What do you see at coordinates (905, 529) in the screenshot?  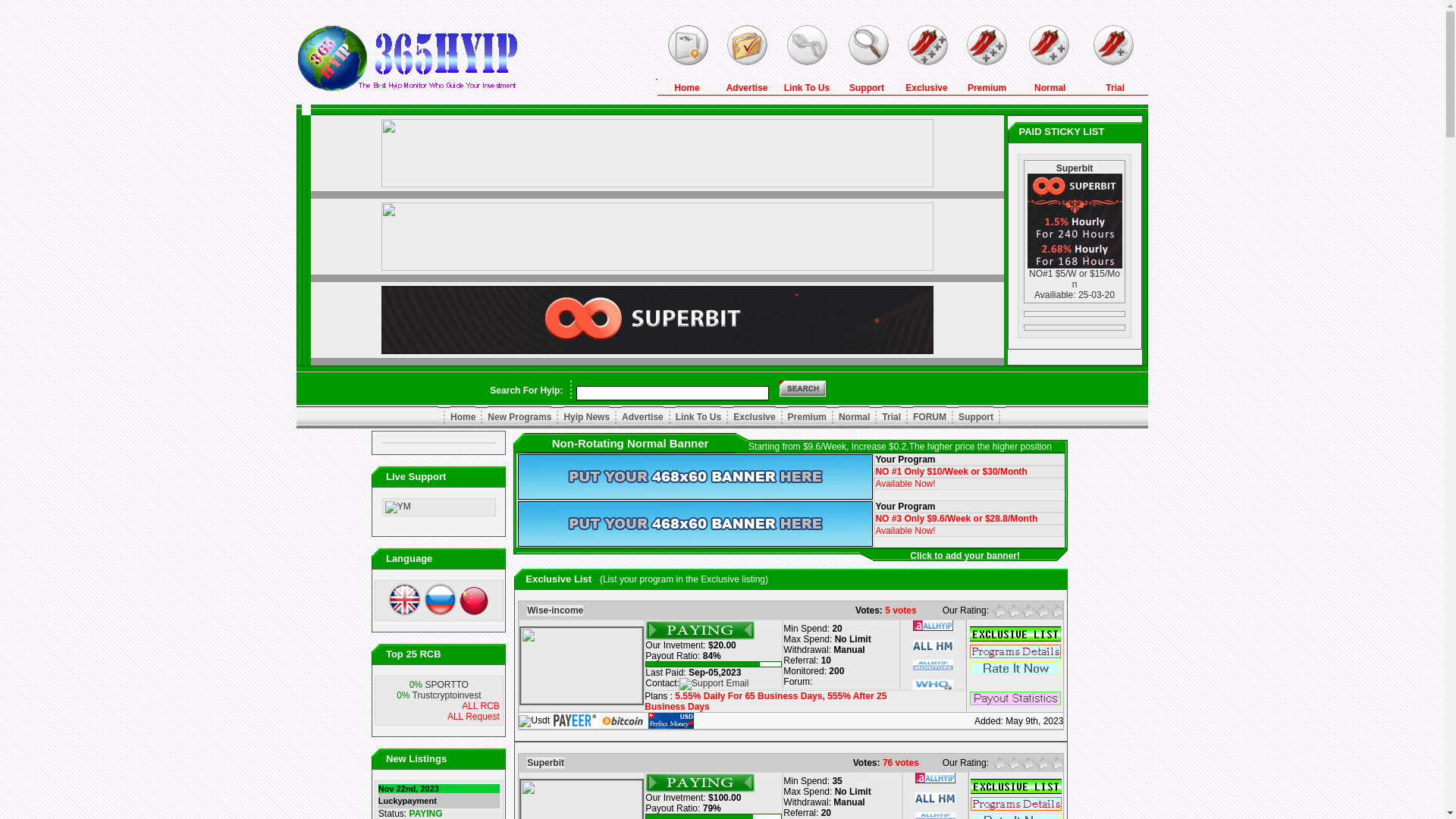 I see `'Available Now!'` at bounding box center [905, 529].